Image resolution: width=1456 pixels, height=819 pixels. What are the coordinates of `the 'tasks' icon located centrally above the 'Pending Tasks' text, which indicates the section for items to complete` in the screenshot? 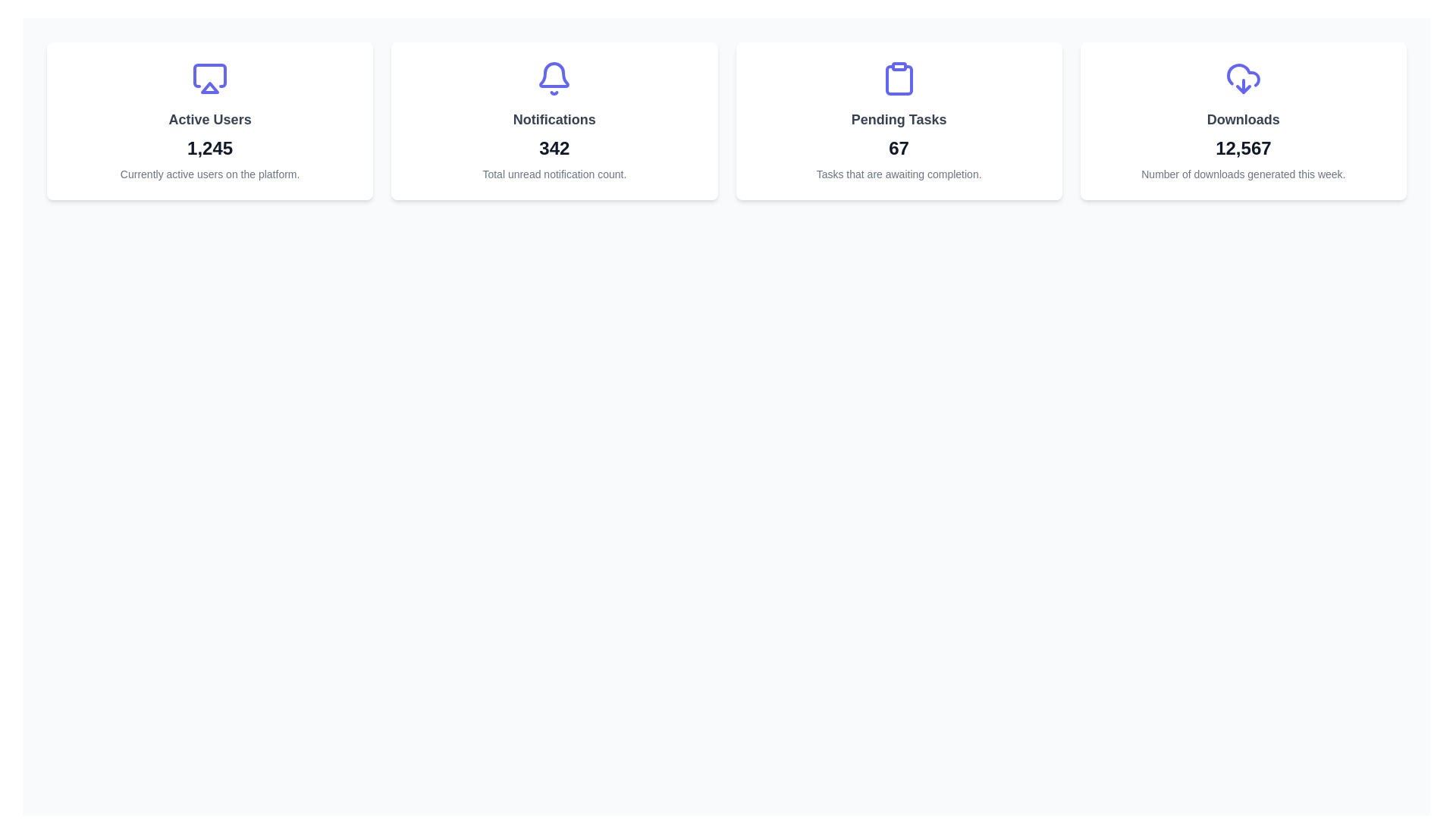 It's located at (899, 79).